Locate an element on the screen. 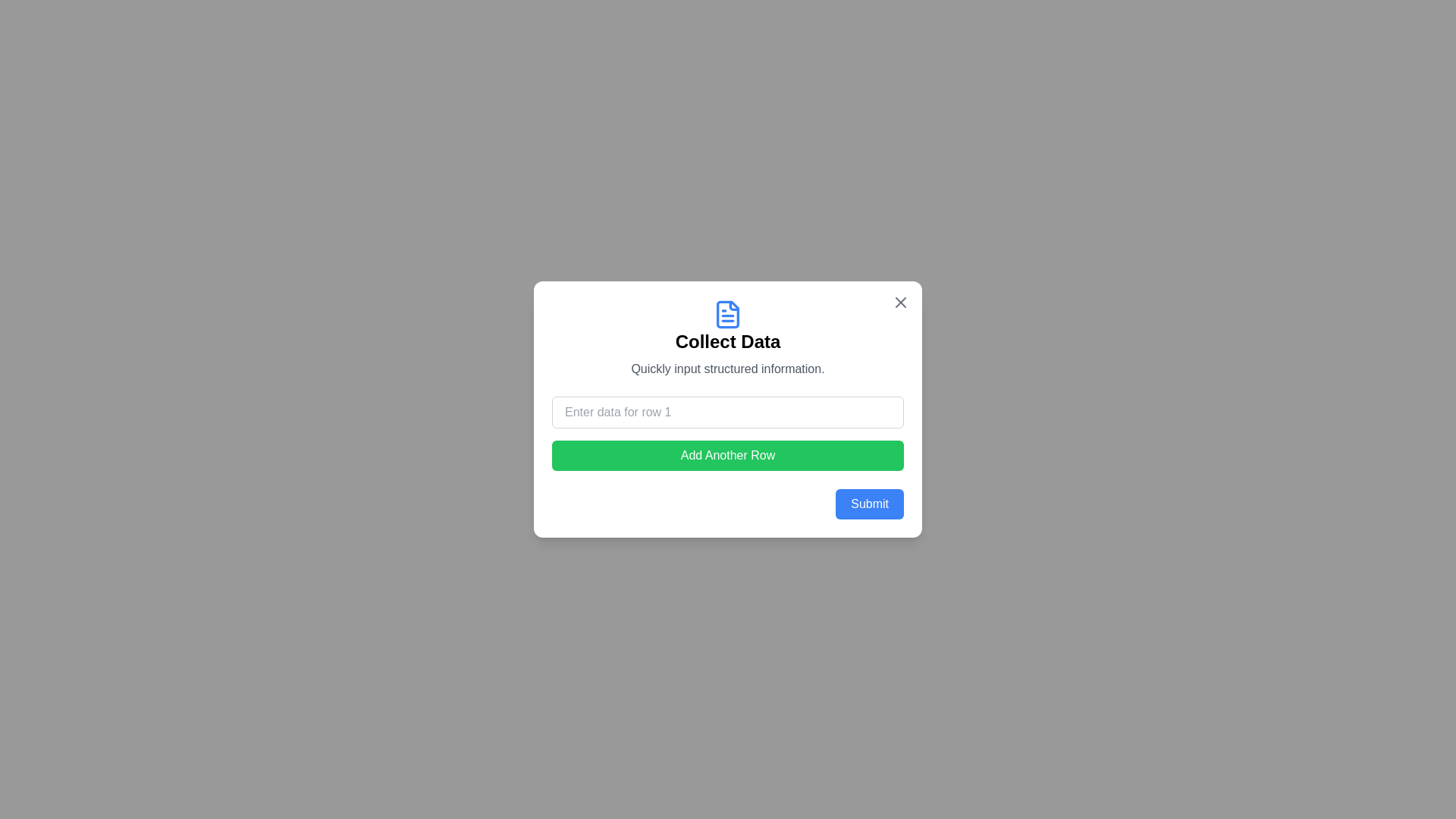 Image resolution: width=1456 pixels, height=819 pixels. 'Add Another Row' button to append a new input row is located at coordinates (728, 455).